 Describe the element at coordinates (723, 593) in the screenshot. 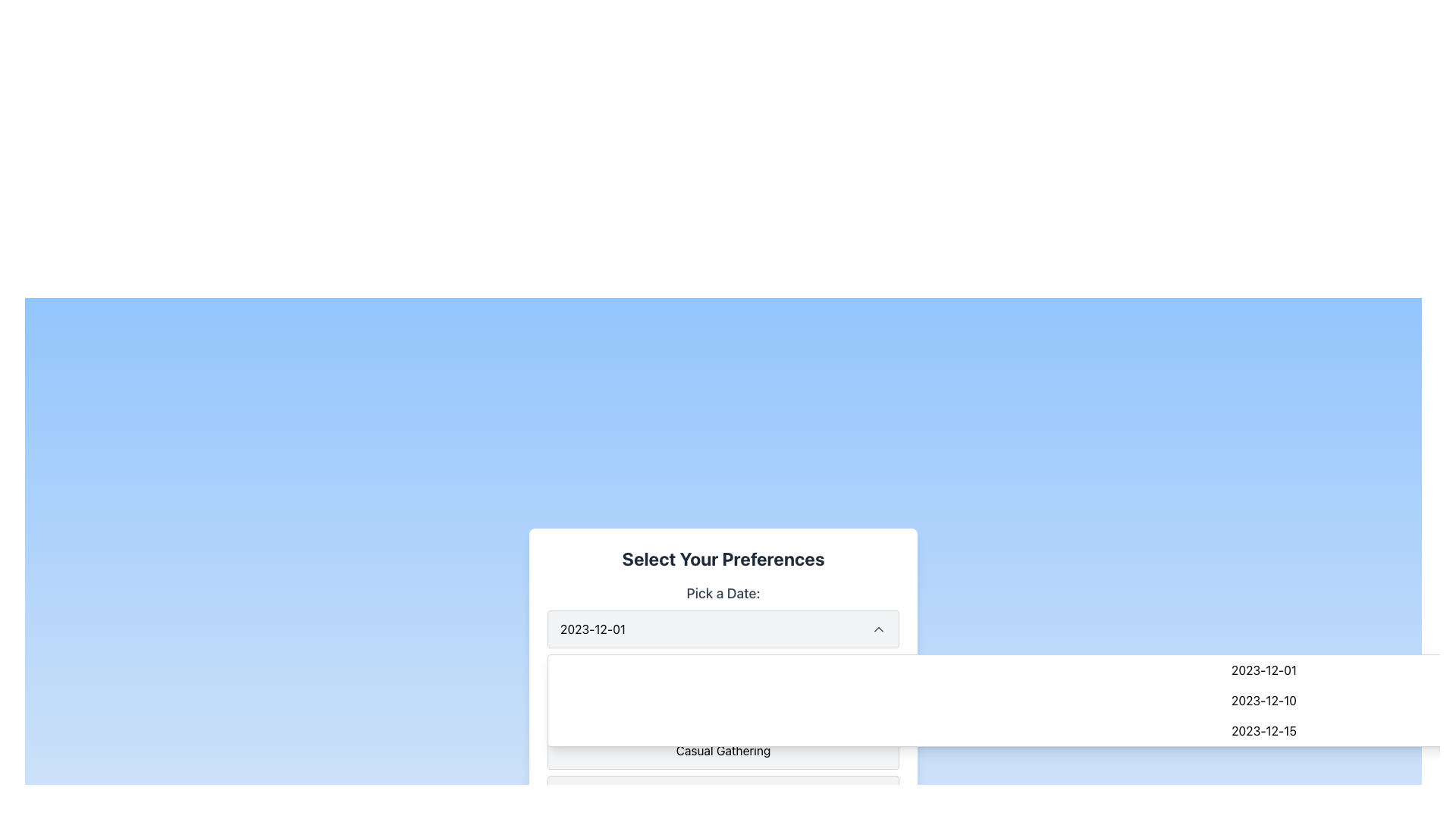

I see `the label component that displays 'Pick a Date:' styled in a large, bold font, positioned above the date display in the date picker section of the interface` at that location.